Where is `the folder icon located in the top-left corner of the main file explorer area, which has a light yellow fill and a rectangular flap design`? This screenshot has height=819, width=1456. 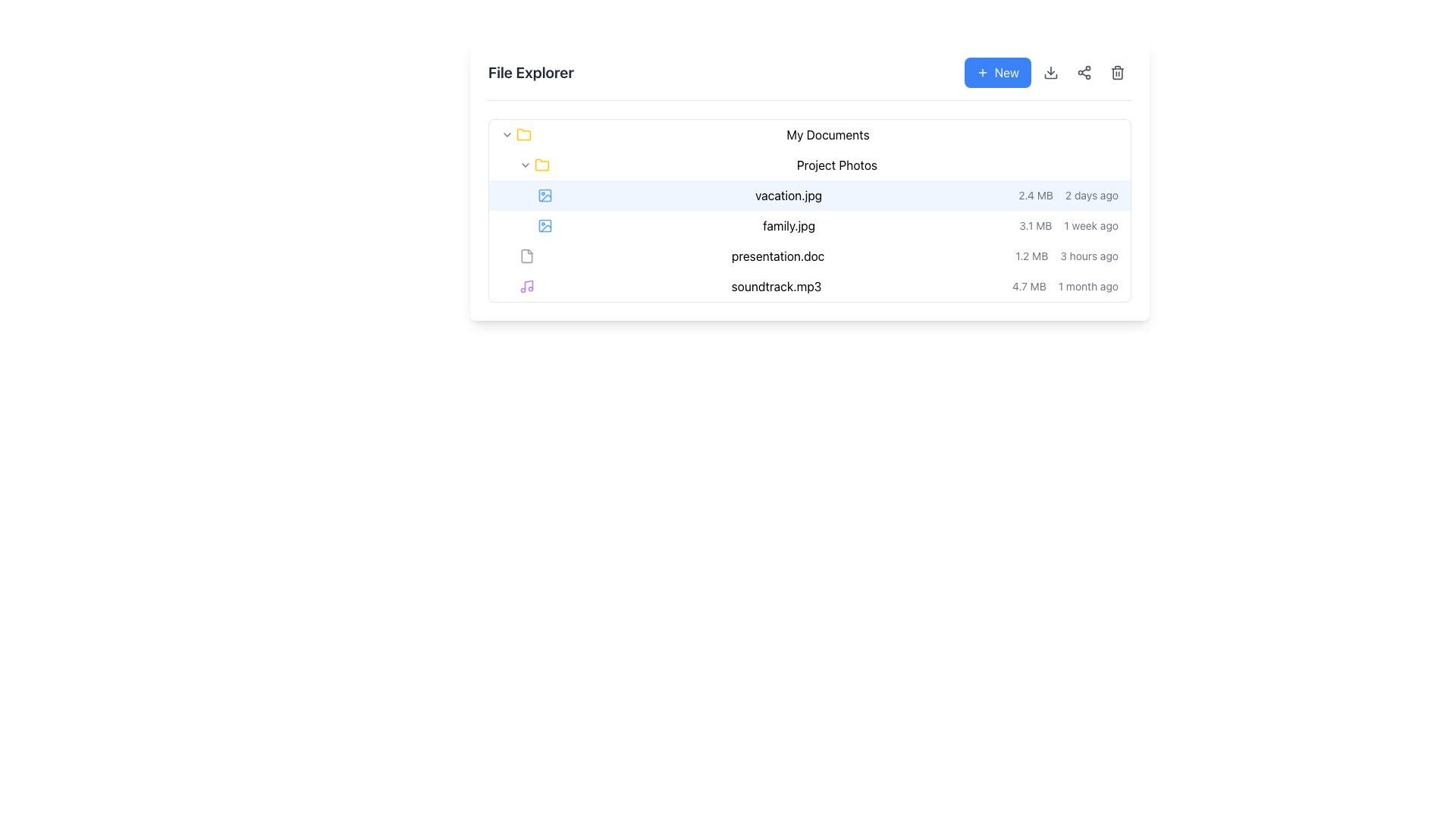
the folder icon located in the top-left corner of the main file explorer area, which has a light yellow fill and a rectangular flap design is located at coordinates (524, 133).